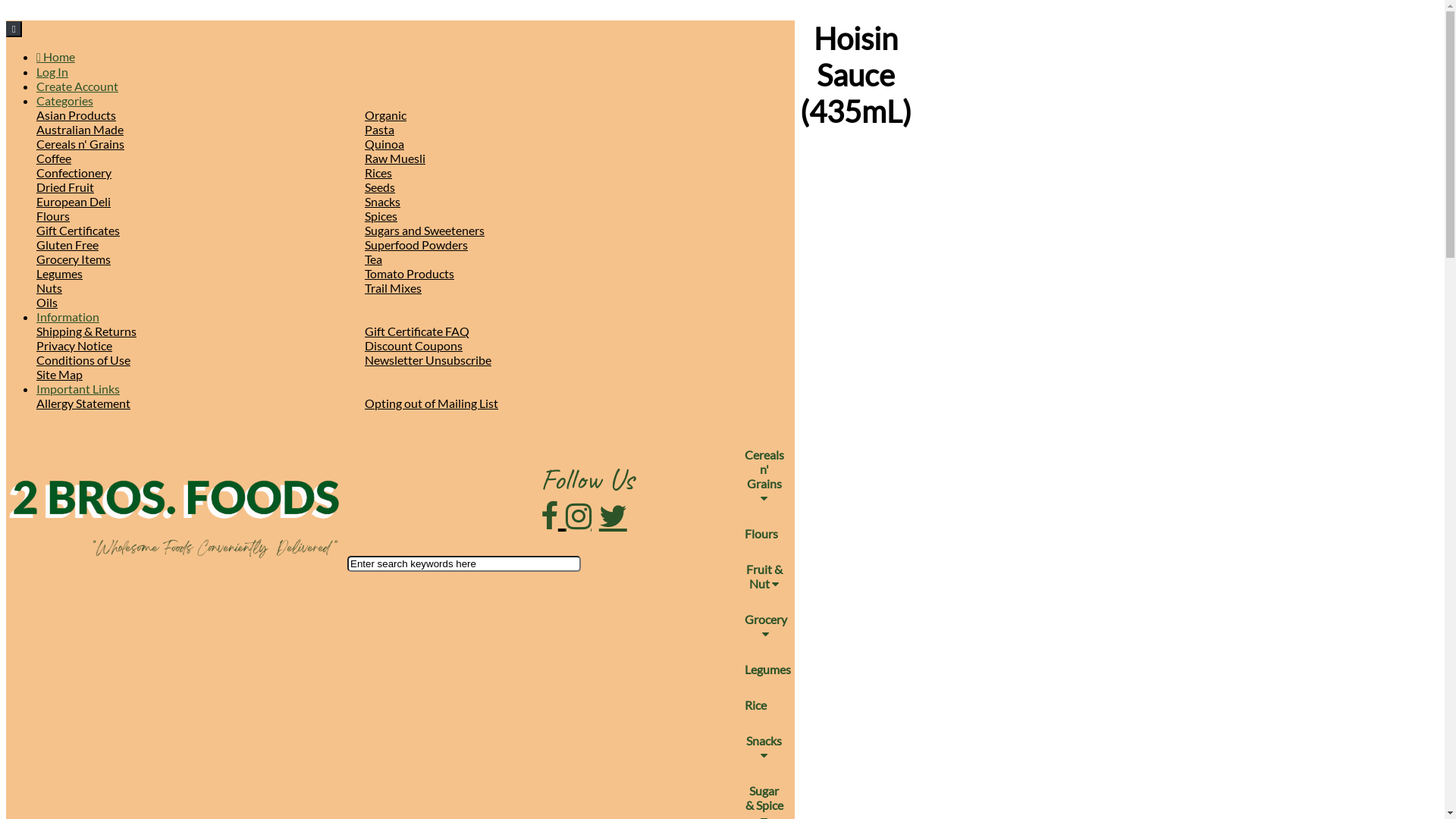  Describe the element at coordinates (381, 215) in the screenshot. I see `'Spices'` at that location.